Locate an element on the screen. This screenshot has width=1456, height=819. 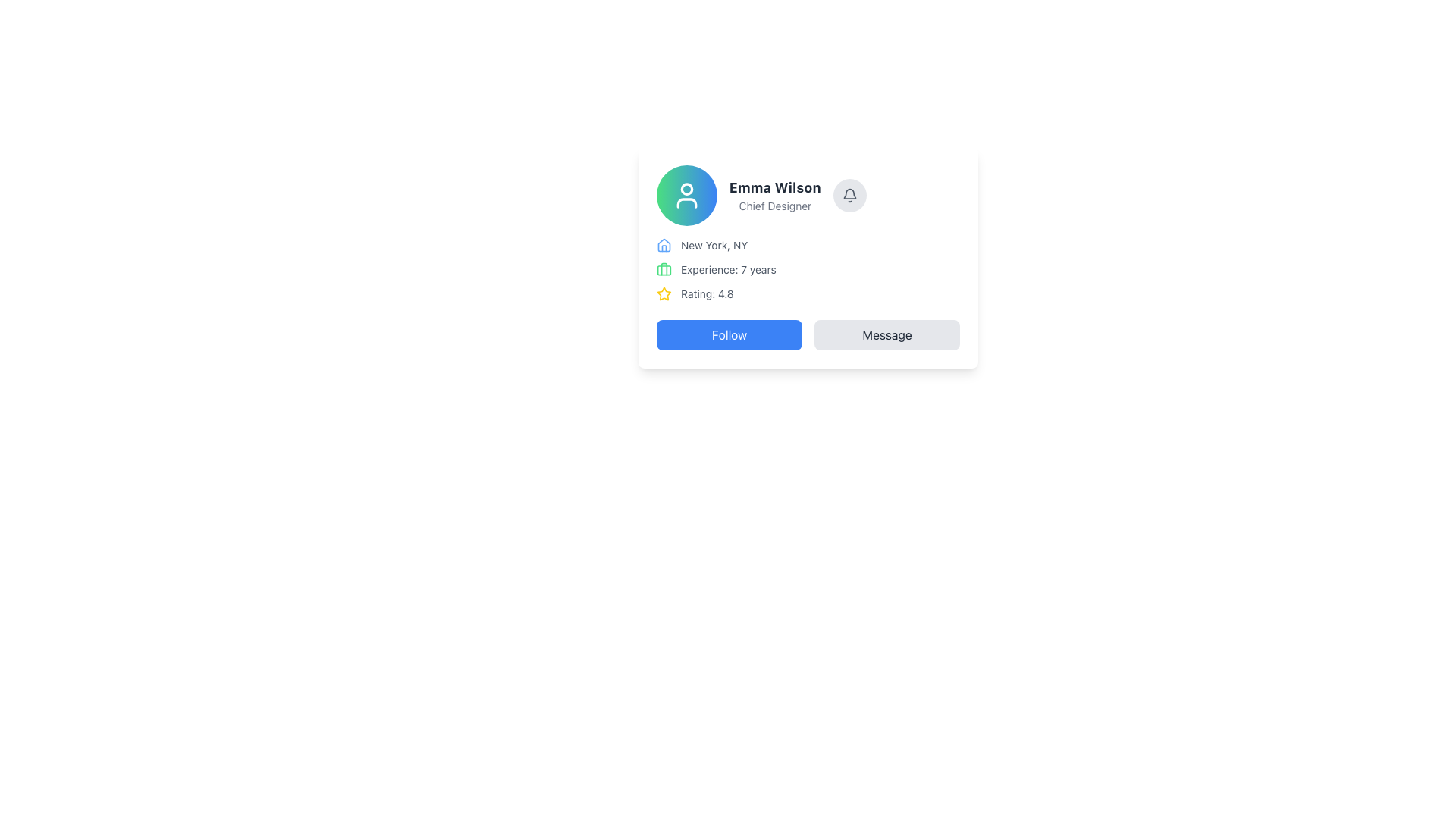
the Graphic Circle that represents a part of the user avatar, indicating user status or decorative graphic within the profile card is located at coordinates (686, 188).